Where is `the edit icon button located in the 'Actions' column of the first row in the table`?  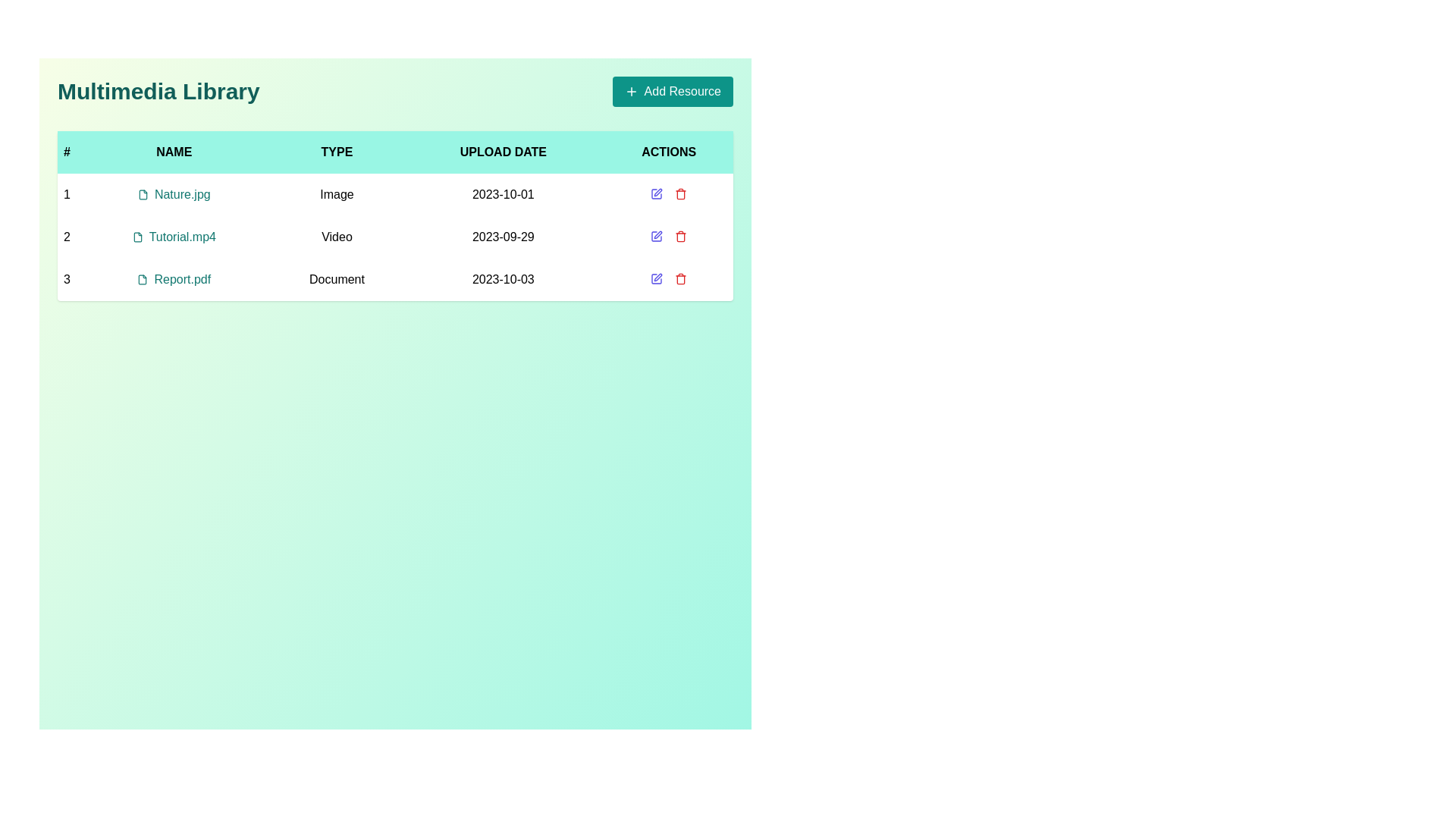 the edit icon button located in the 'Actions' column of the first row in the table is located at coordinates (658, 192).